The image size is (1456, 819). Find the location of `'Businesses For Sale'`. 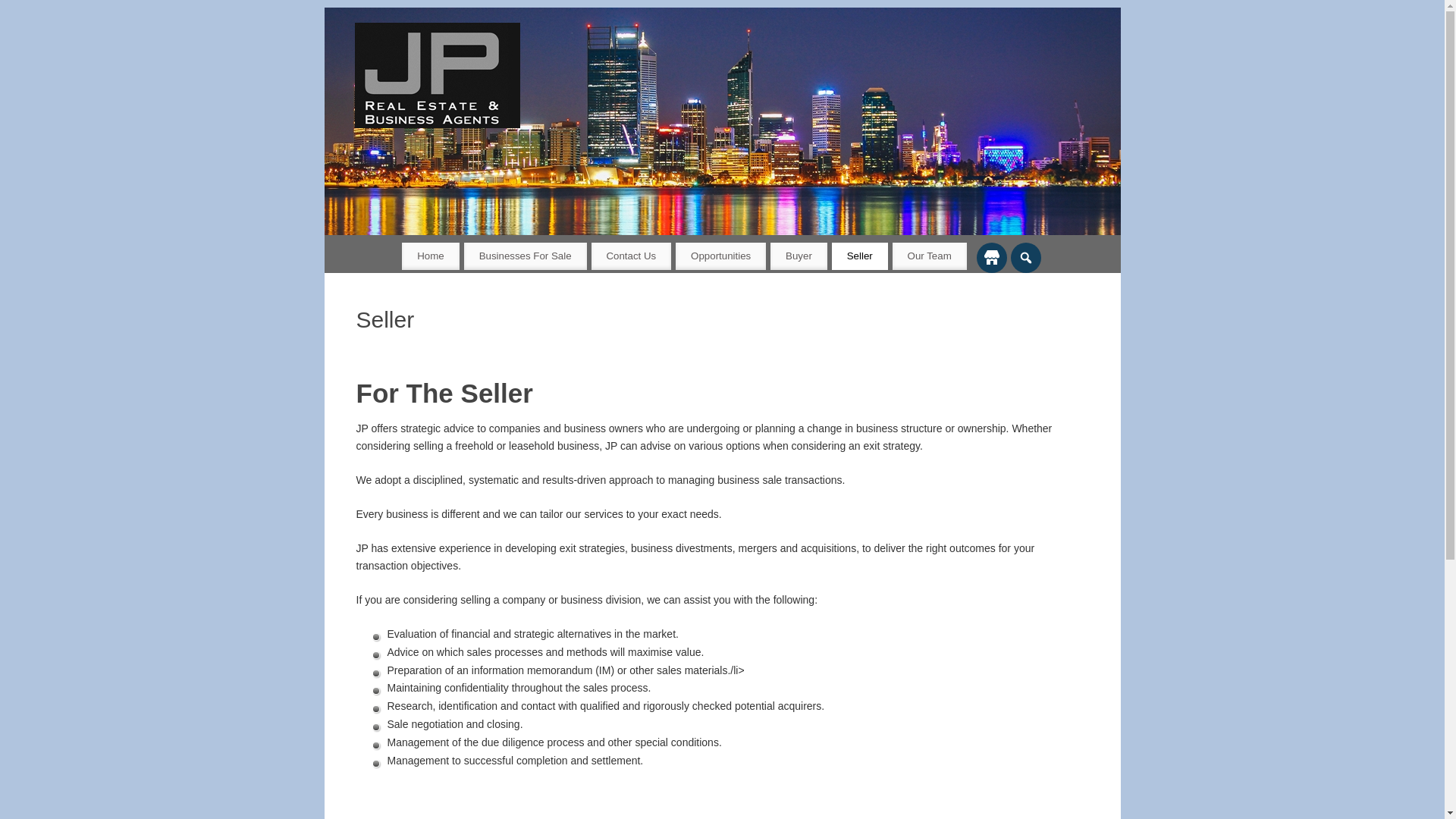

'Businesses For Sale' is located at coordinates (463, 256).